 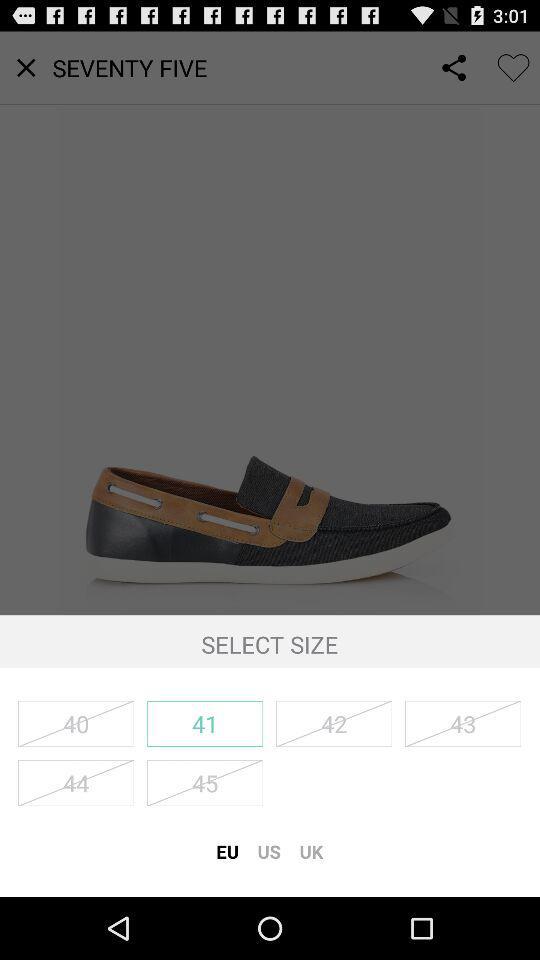 What do you see at coordinates (269, 850) in the screenshot?
I see `the icon to the right of eu icon` at bounding box center [269, 850].